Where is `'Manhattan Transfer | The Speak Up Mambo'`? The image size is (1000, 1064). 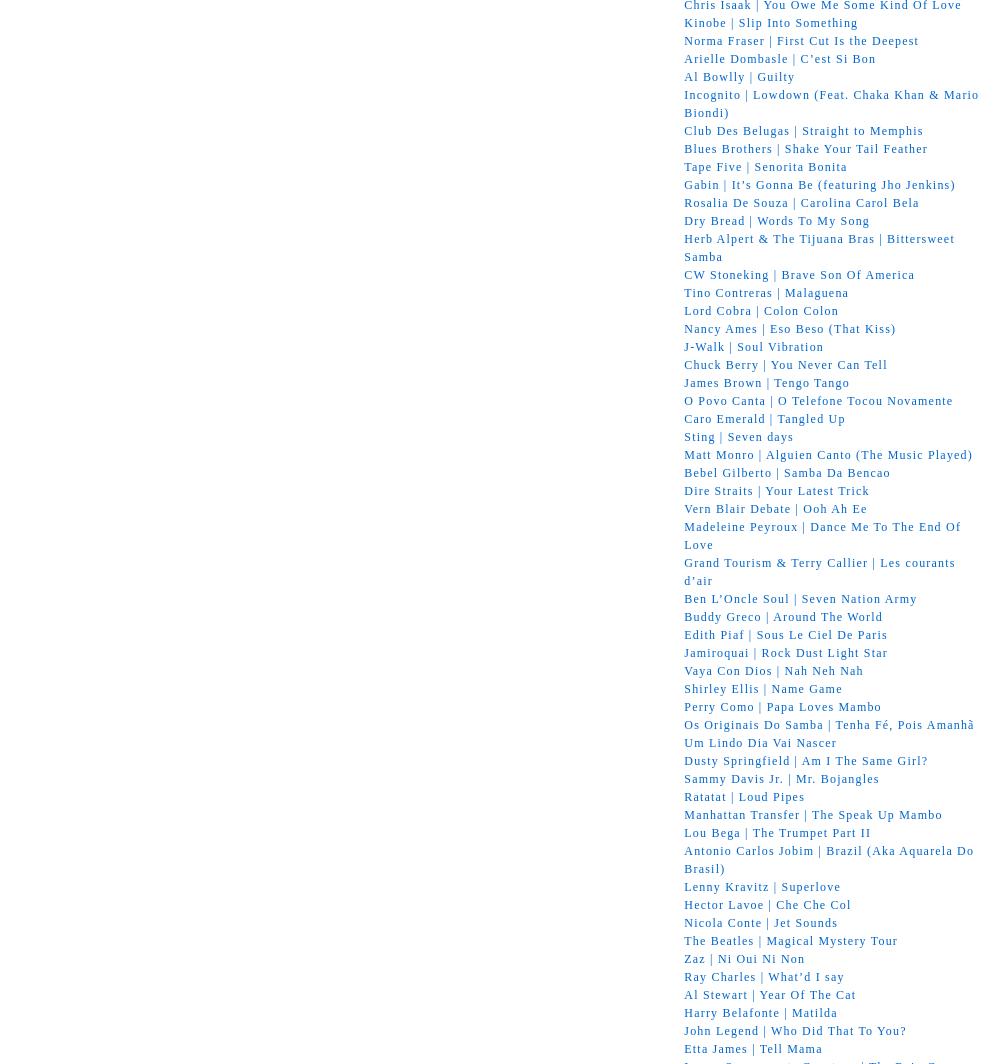
'Manhattan Transfer | The Speak Up Mambo' is located at coordinates (812, 813).